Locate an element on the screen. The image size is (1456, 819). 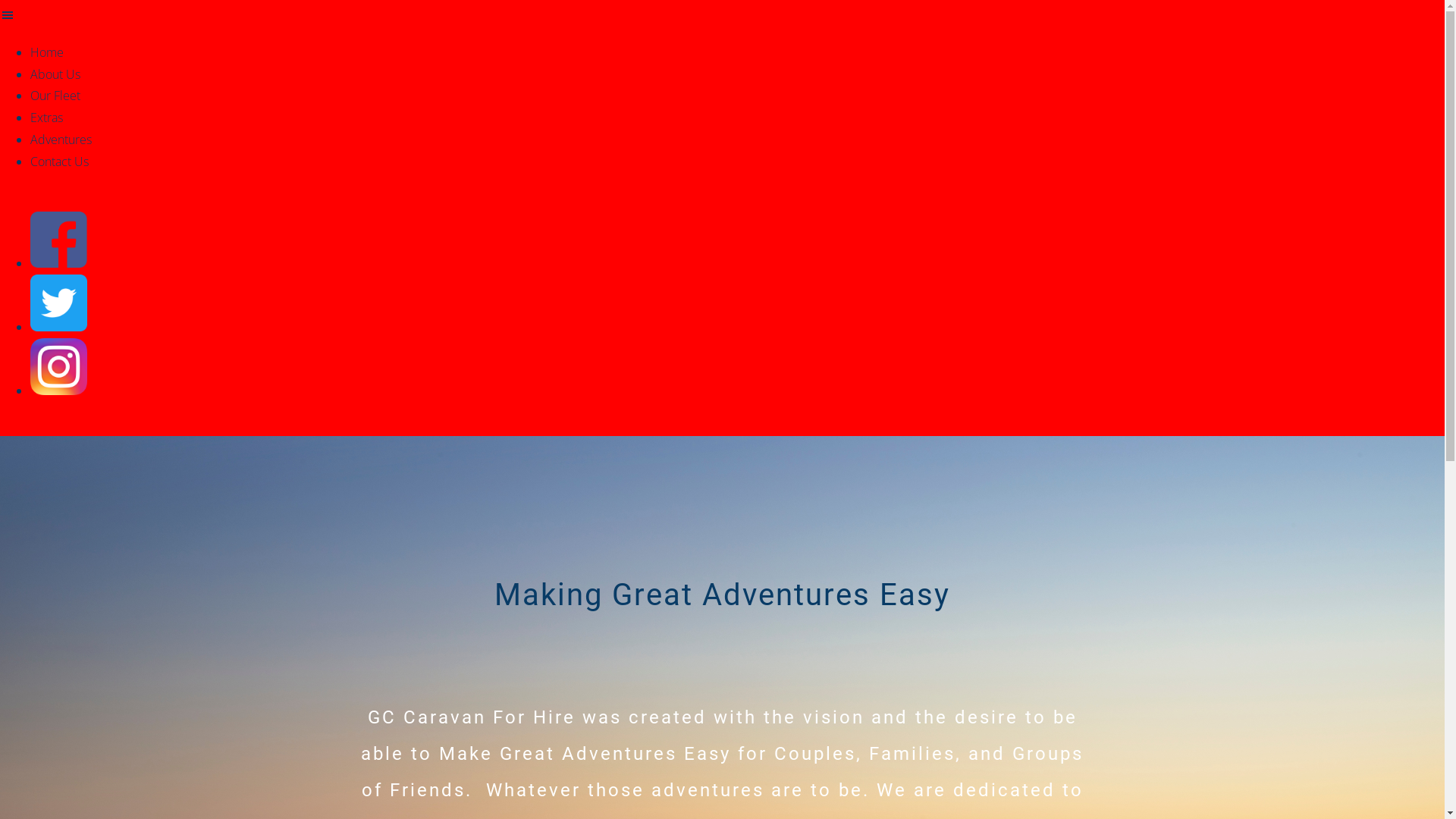
'Home' is located at coordinates (30, 52).